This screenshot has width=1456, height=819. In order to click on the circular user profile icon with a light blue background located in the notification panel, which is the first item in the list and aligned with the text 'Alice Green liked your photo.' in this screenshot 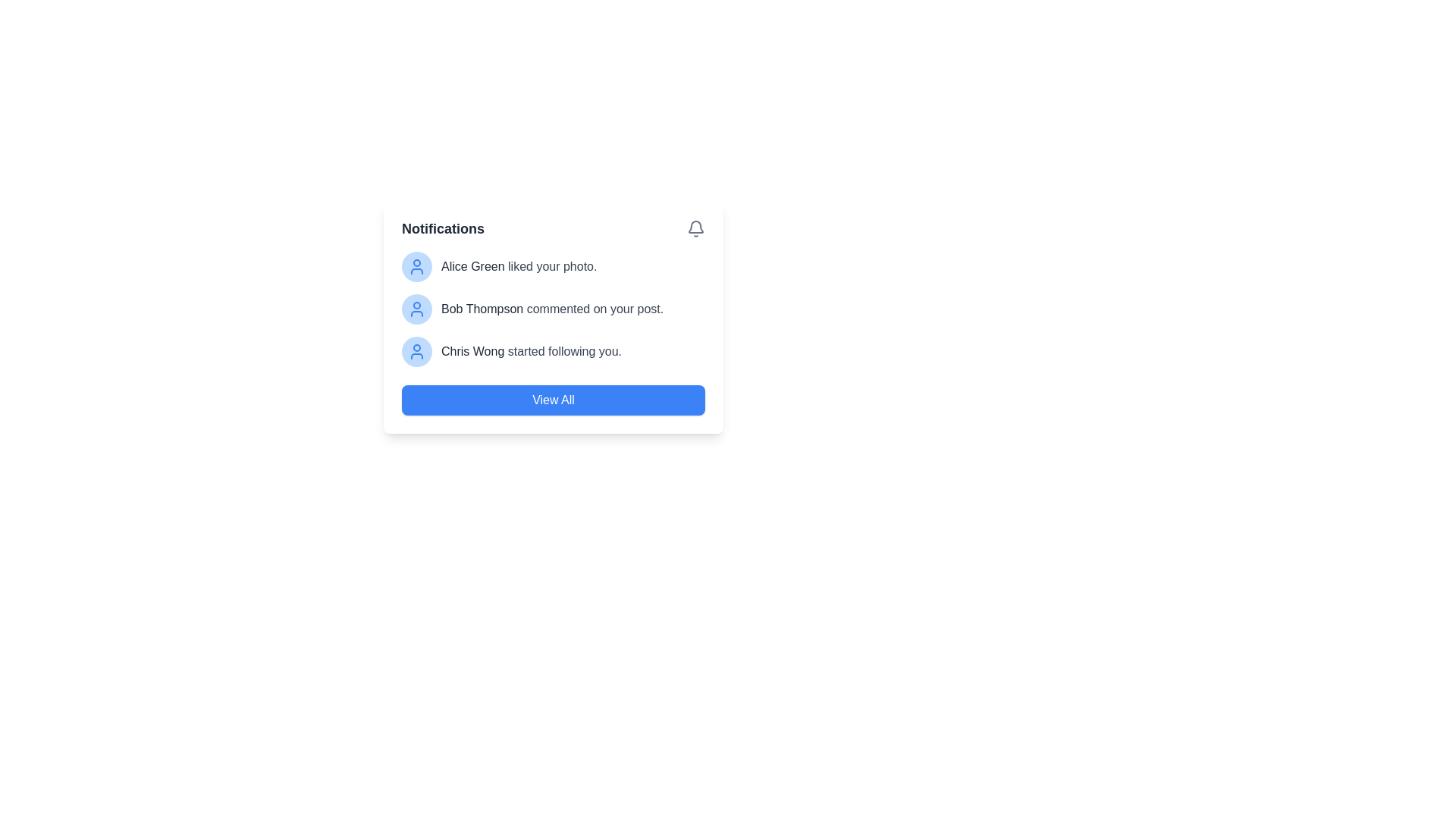, I will do `click(417, 265)`.